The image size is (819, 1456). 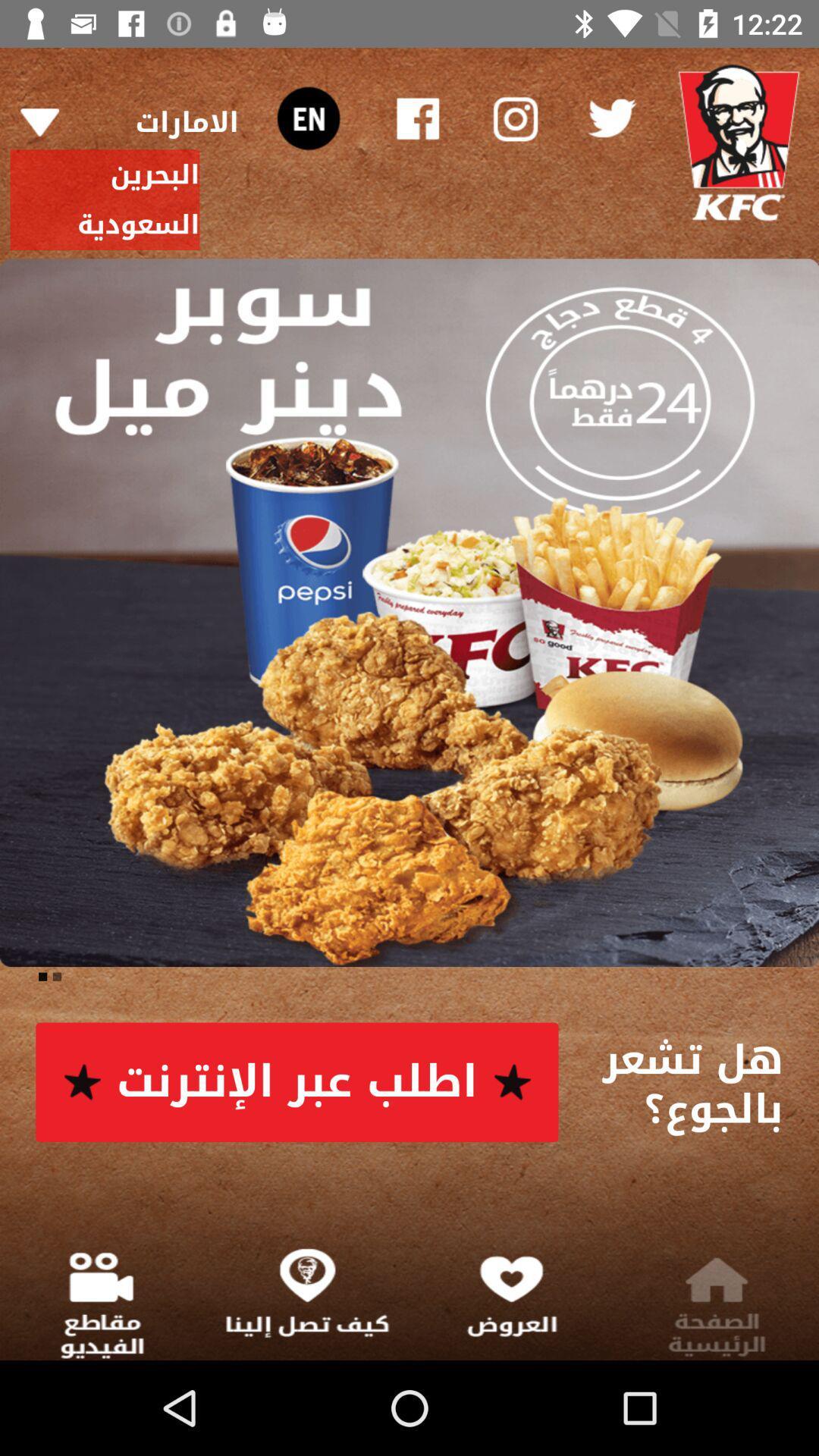 What do you see at coordinates (513, 118) in the screenshot?
I see `the photo icon` at bounding box center [513, 118].